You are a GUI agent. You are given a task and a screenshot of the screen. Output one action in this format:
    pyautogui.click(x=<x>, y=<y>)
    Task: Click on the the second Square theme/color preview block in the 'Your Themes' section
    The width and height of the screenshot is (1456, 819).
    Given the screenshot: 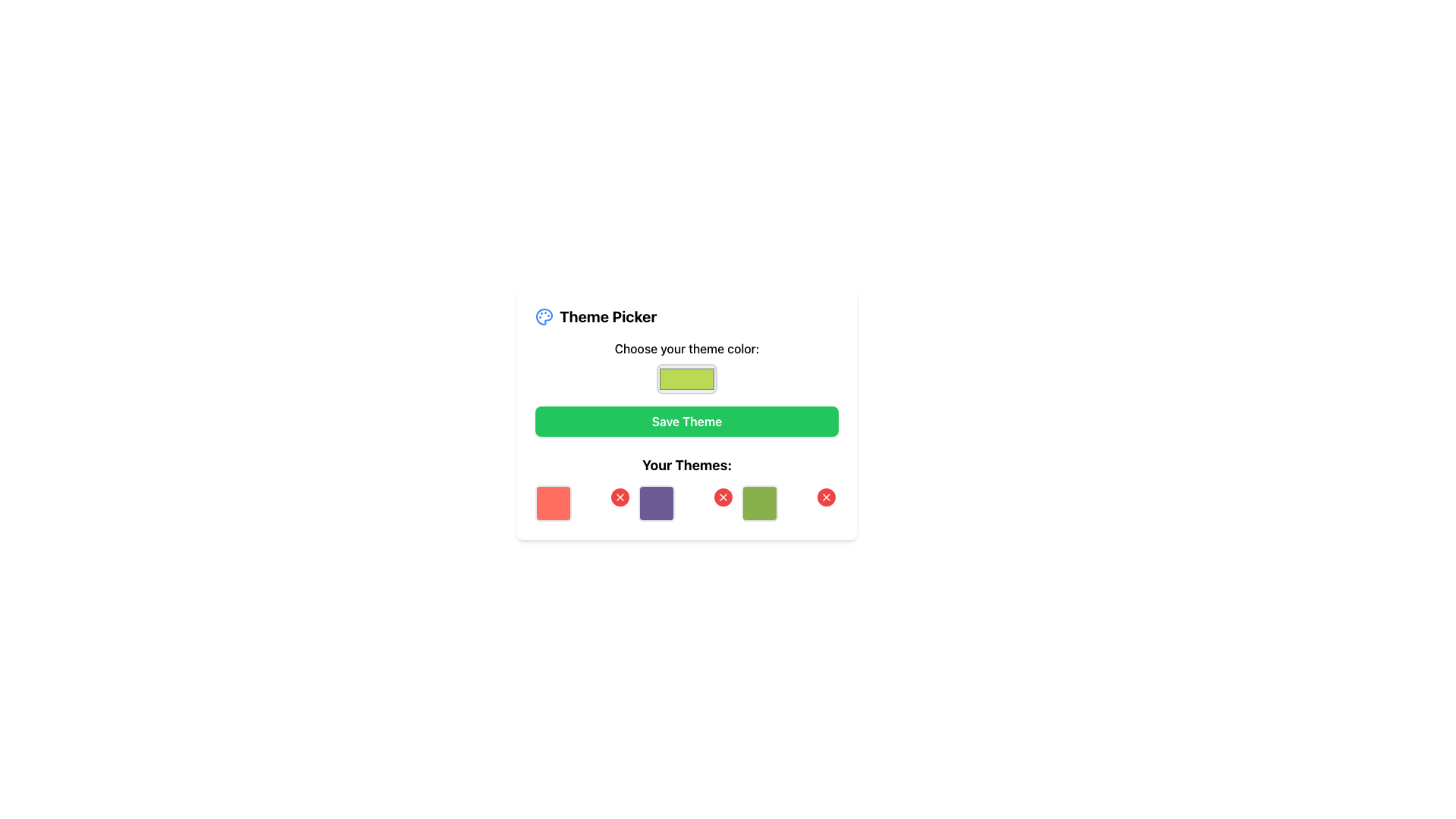 What is the action you would take?
    pyautogui.click(x=656, y=503)
    